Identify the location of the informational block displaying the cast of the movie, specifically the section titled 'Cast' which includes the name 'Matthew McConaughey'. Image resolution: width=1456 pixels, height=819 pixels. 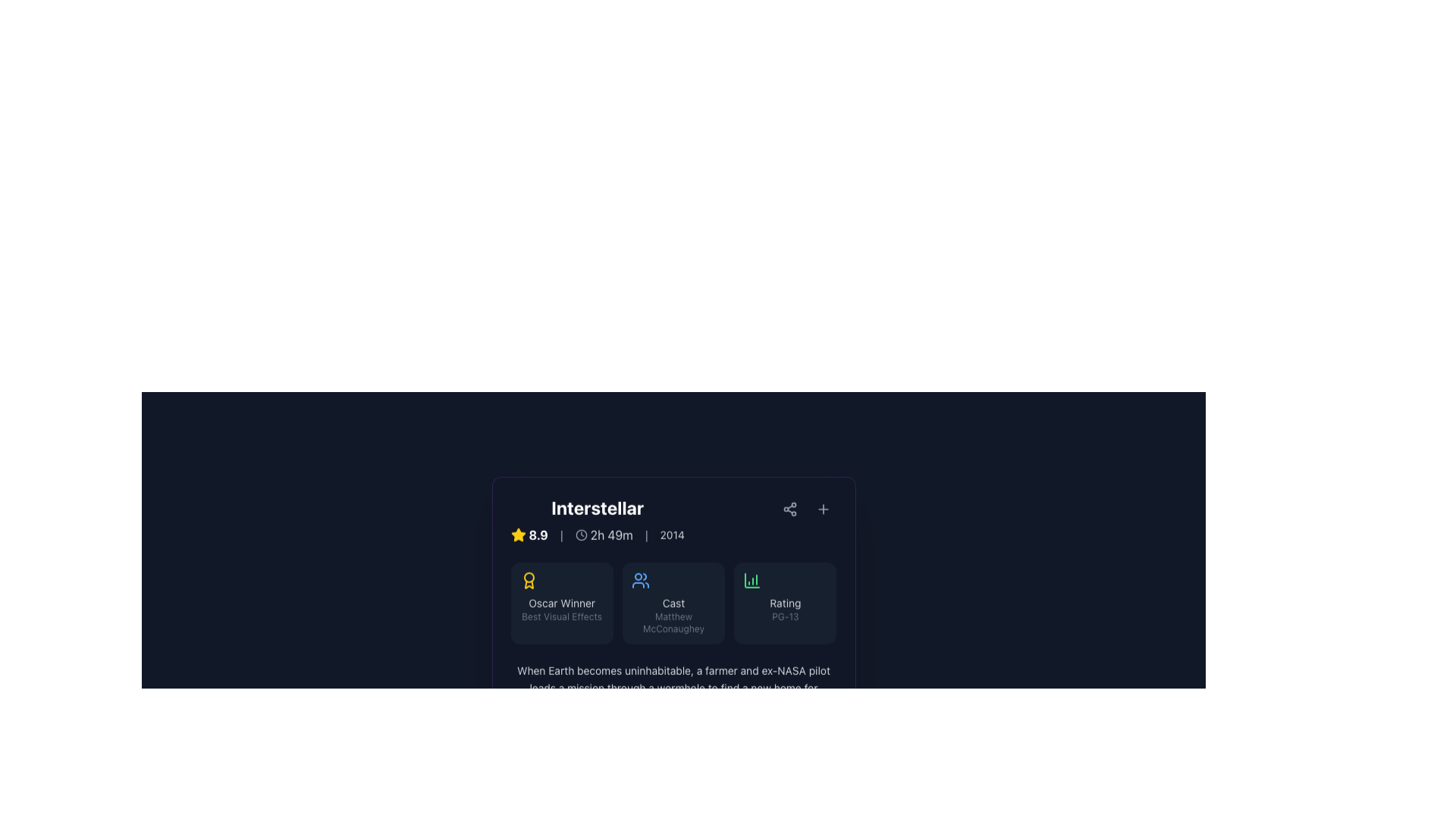
(673, 602).